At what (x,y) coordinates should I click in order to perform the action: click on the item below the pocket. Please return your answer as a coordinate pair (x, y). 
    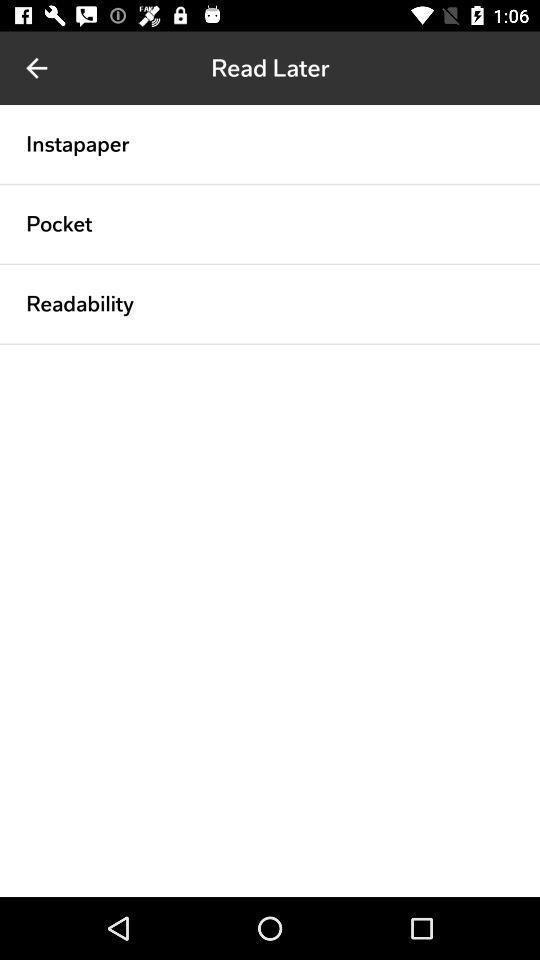
    Looking at the image, I should click on (270, 263).